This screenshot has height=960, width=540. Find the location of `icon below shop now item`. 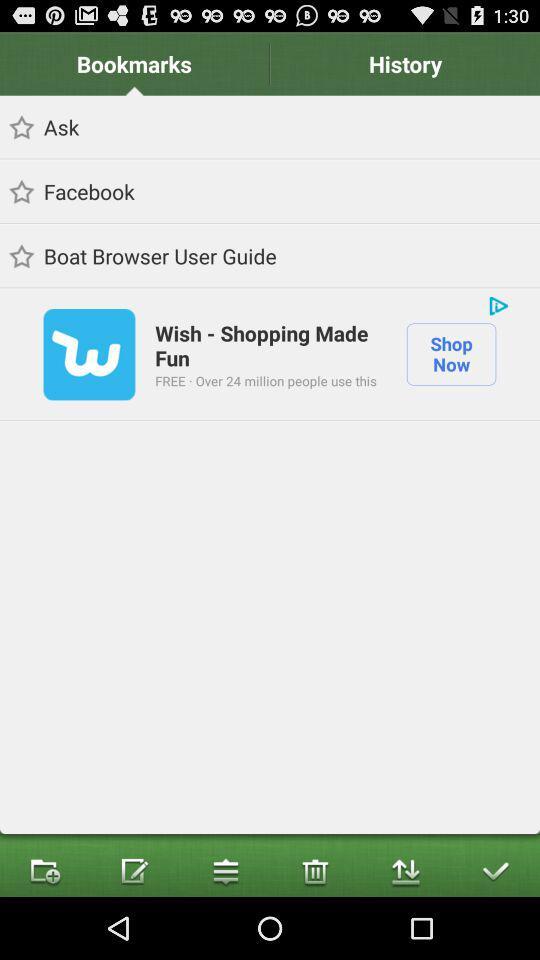

icon below shop now item is located at coordinates (494, 869).